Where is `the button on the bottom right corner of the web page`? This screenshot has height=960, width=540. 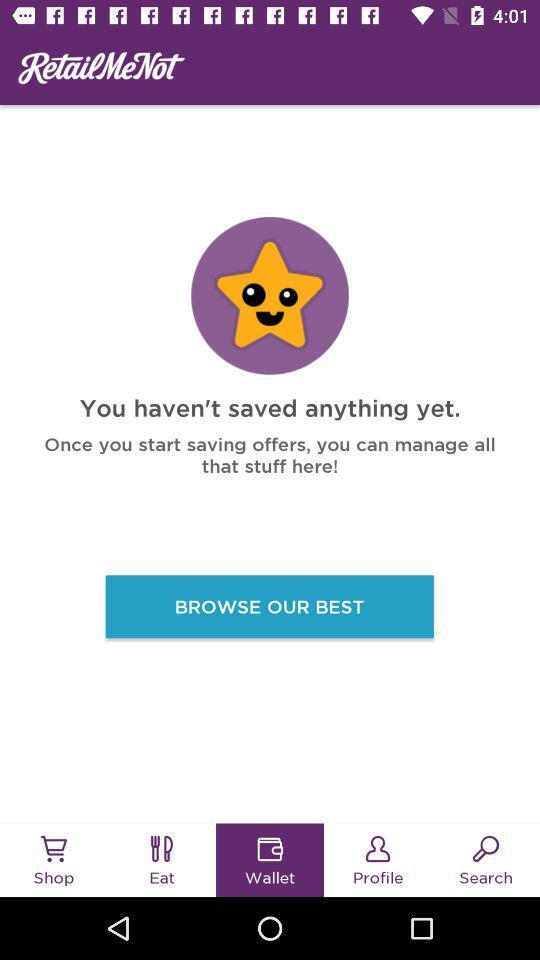
the button on the bottom right corner of the web page is located at coordinates (485, 859).